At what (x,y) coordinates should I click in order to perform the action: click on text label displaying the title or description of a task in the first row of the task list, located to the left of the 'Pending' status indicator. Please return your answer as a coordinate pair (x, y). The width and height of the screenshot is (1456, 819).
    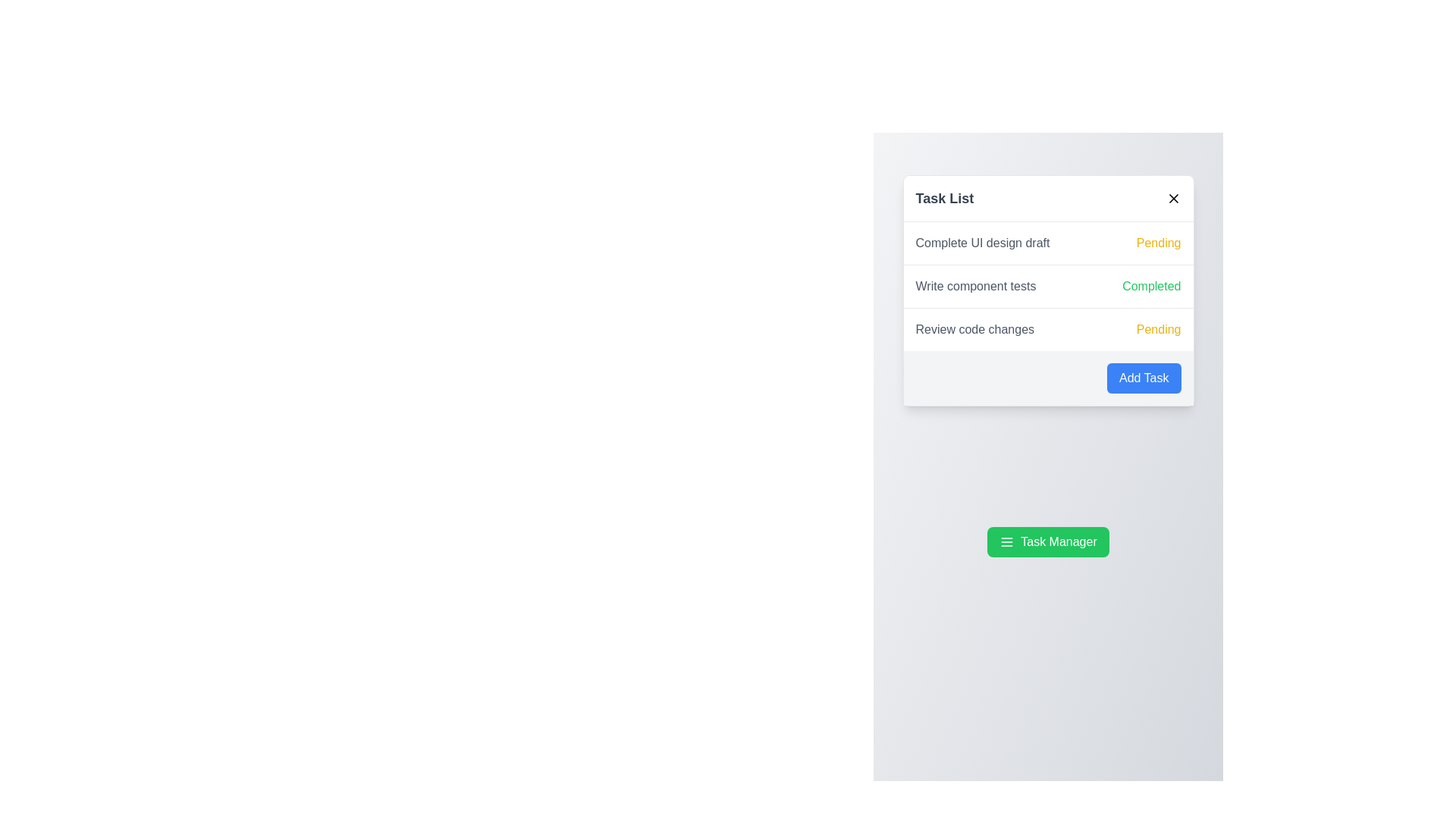
    Looking at the image, I should click on (983, 242).